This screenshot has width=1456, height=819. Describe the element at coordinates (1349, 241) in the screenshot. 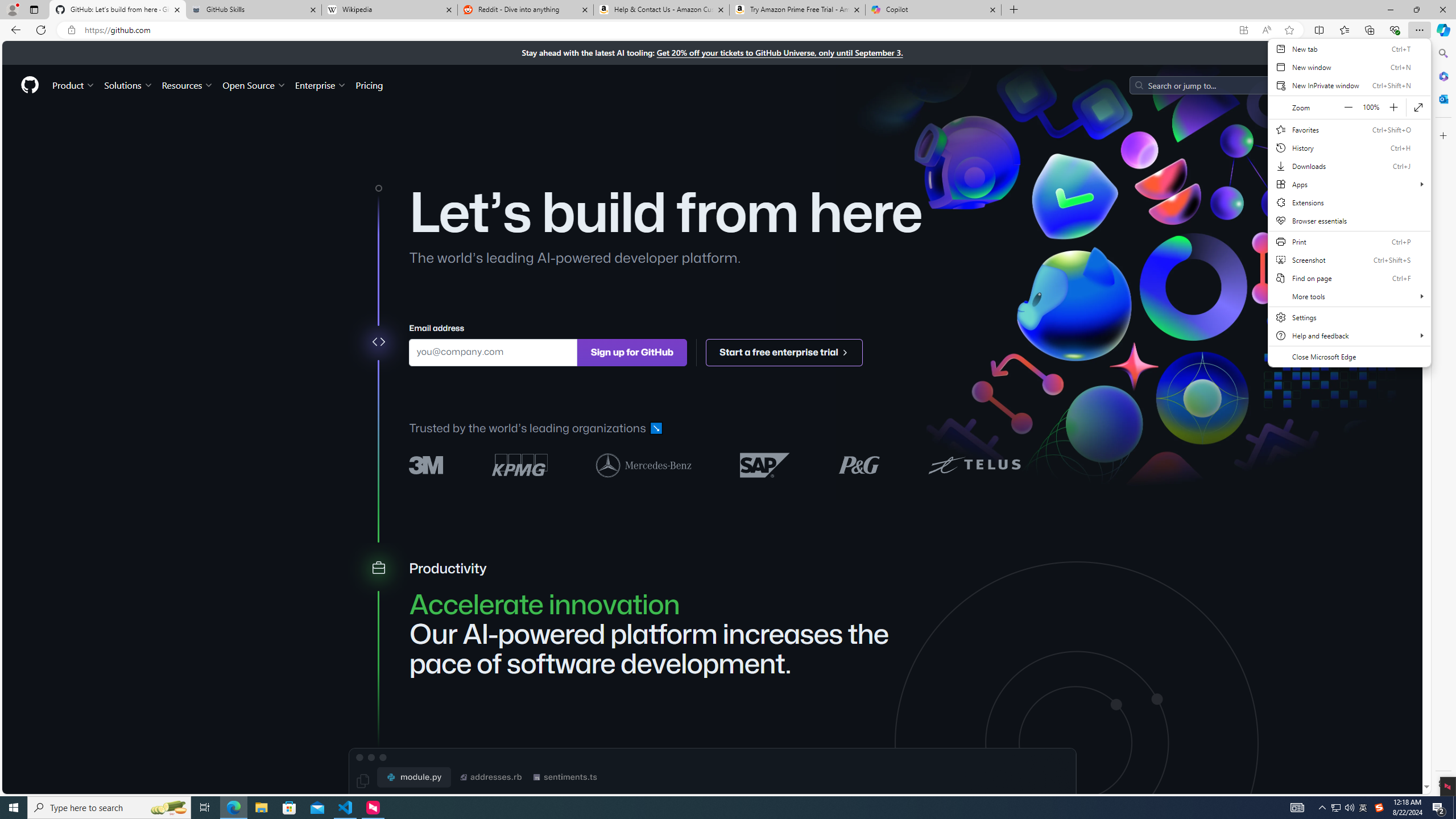

I see `'Print'` at that location.